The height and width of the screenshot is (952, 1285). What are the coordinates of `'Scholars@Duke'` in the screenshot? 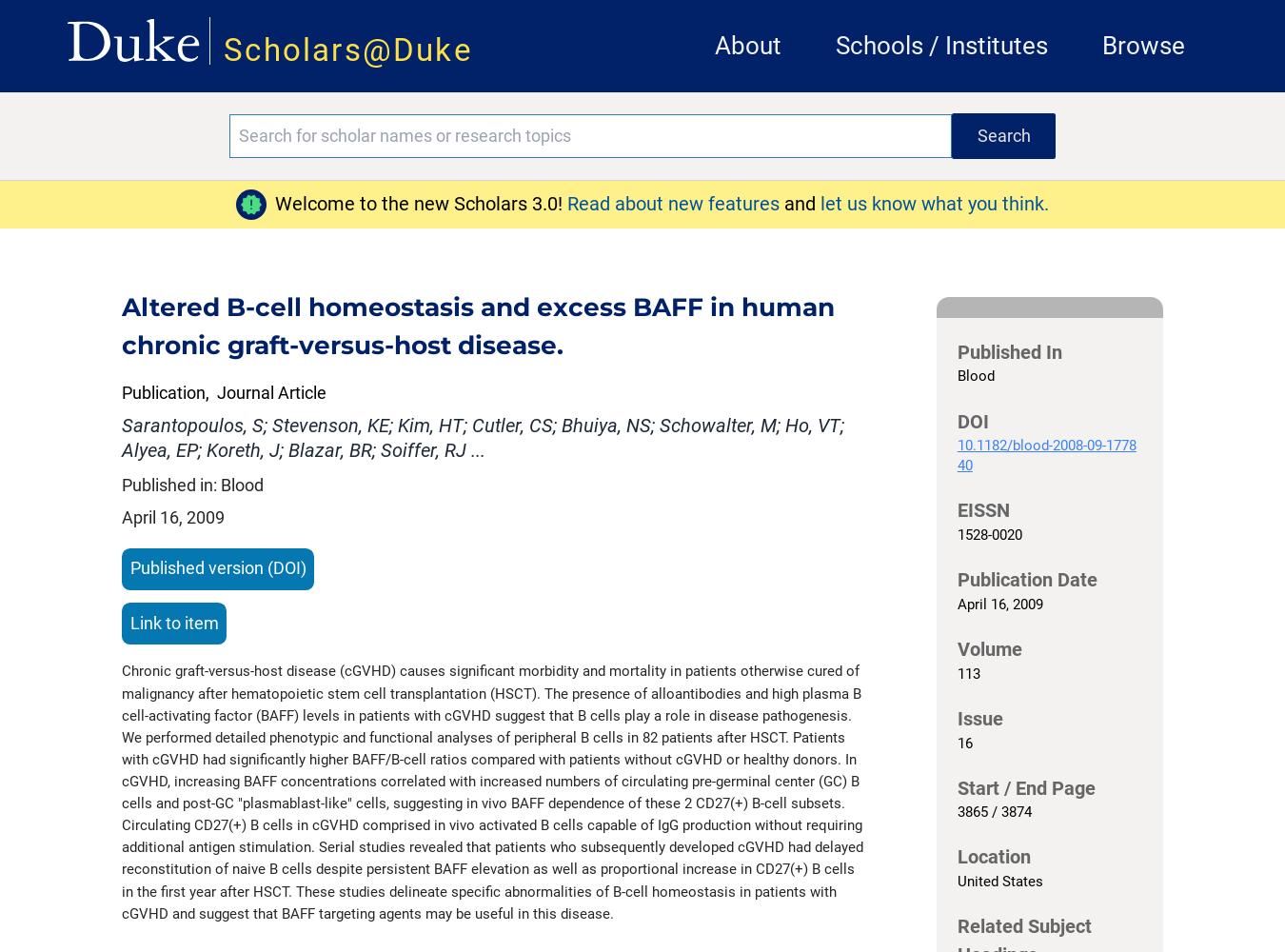 It's located at (347, 50).